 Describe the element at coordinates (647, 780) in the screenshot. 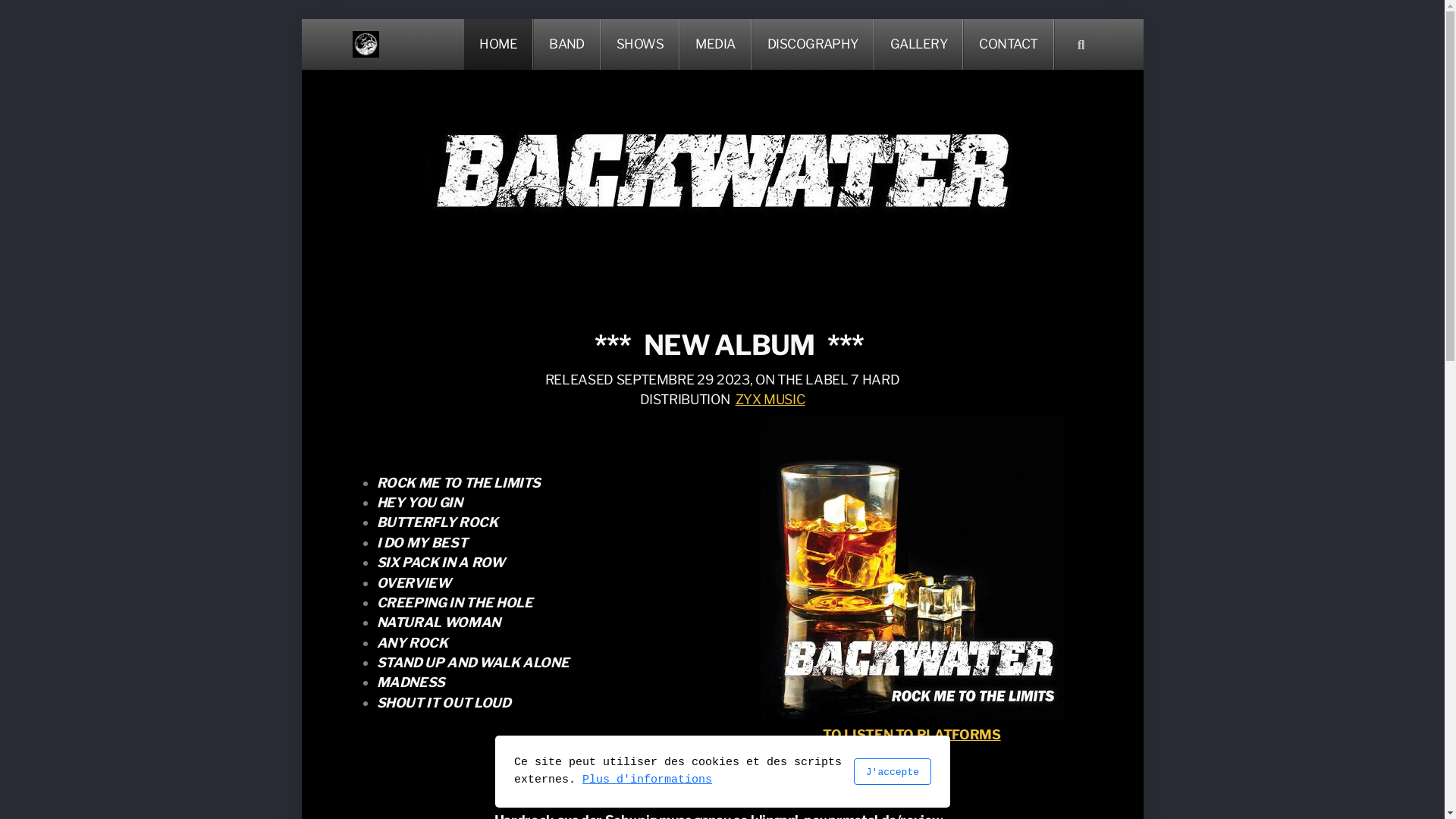

I see `'Plus d'informations'` at that location.